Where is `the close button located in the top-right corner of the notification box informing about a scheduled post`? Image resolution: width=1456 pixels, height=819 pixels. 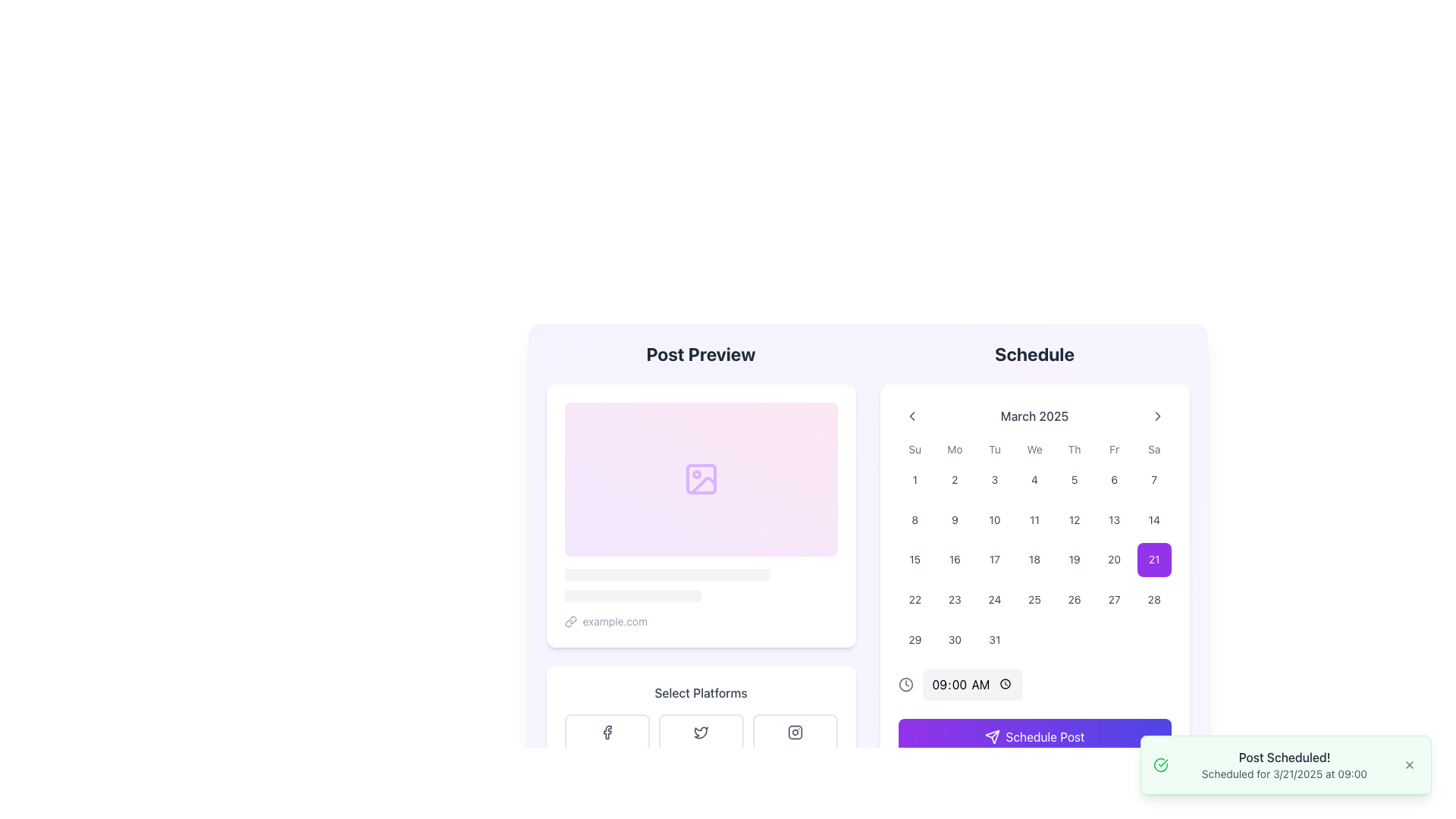 the close button located in the top-right corner of the notification box informing about a scheduled post is located at coordinates (1408, 765).